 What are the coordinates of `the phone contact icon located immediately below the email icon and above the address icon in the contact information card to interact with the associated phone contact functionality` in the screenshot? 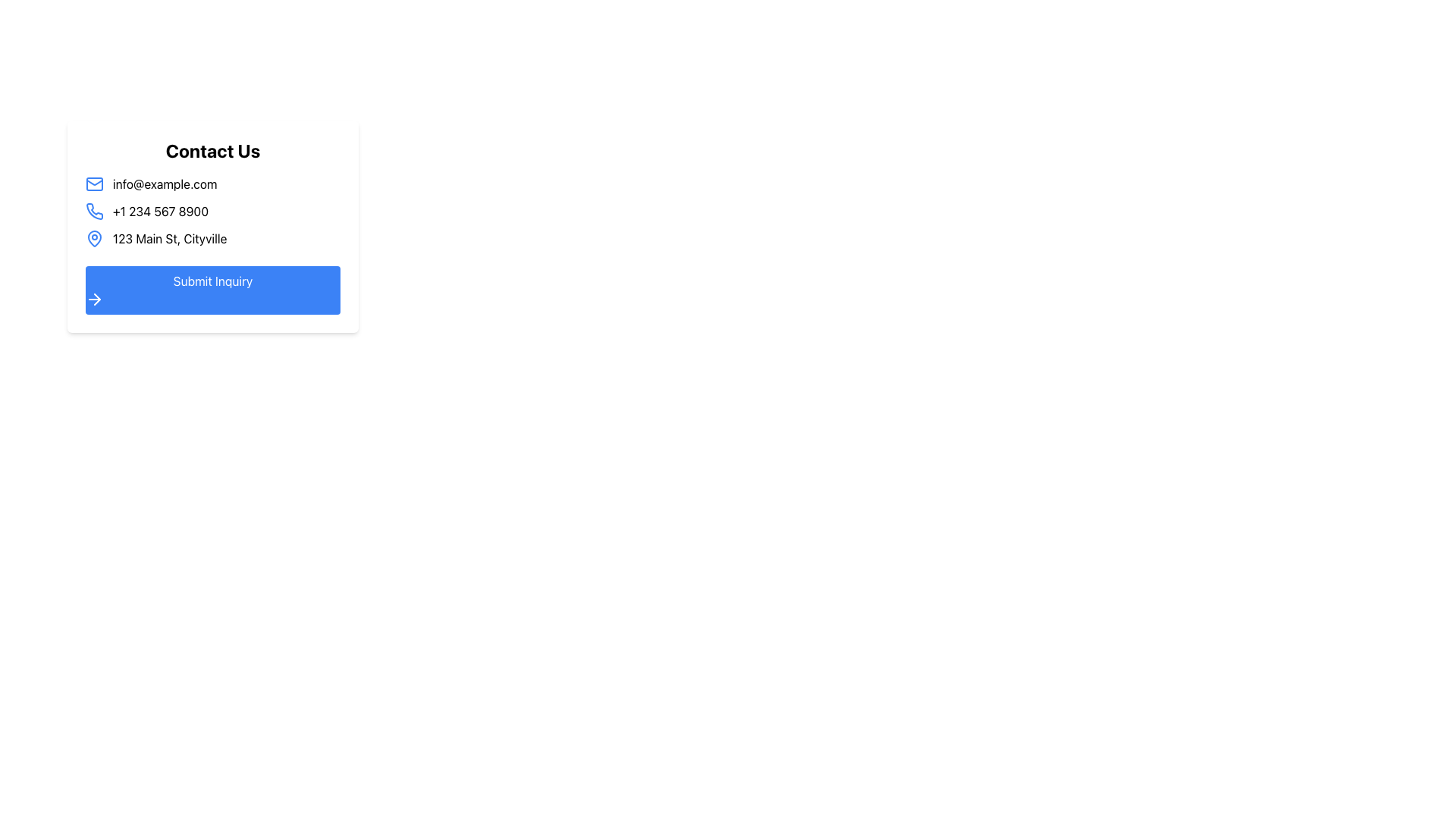 It's located at (93, 211).